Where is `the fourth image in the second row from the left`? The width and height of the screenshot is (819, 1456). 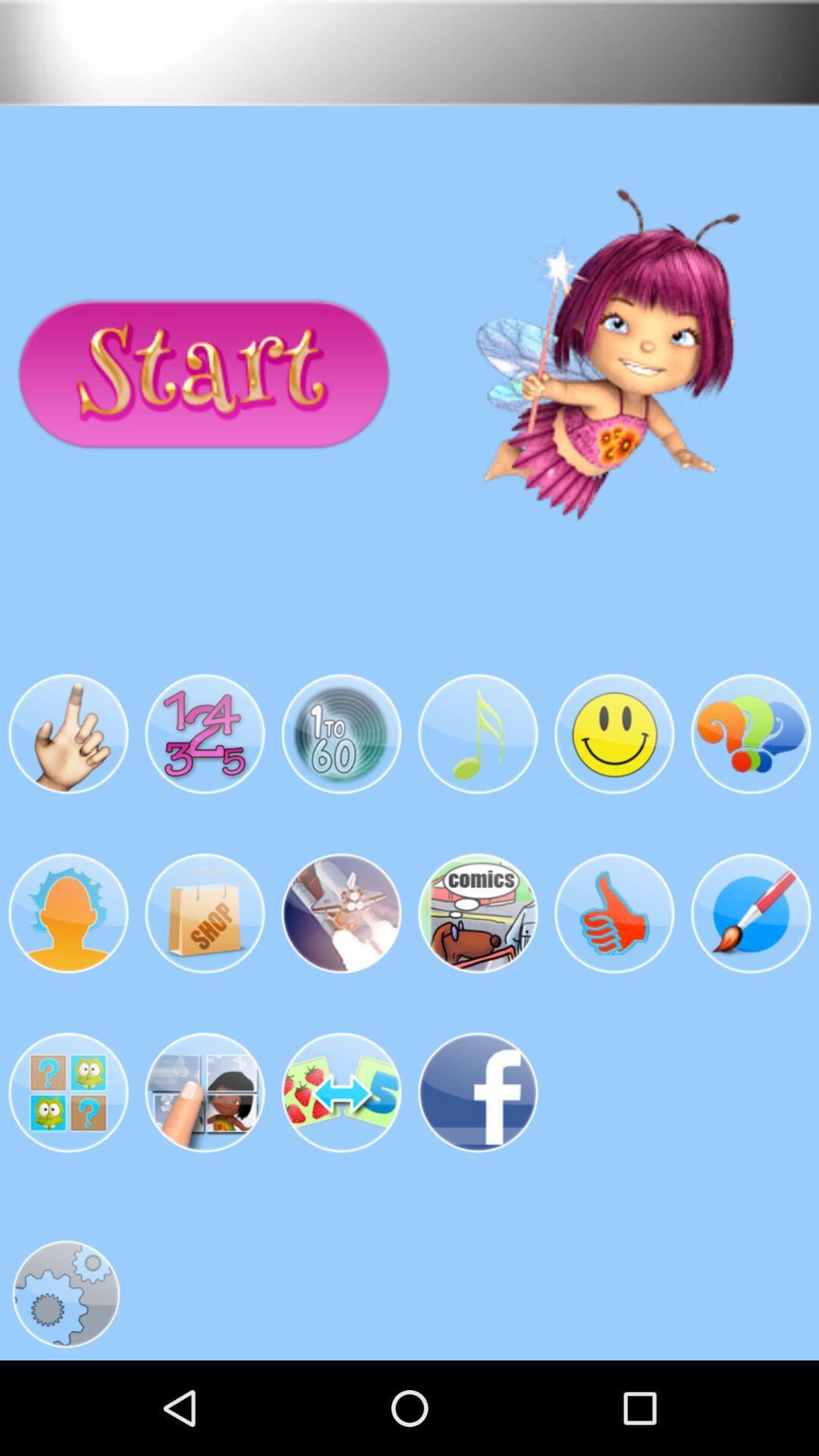
the fourth image in the second row from the left is located at coordinates (476, 912).